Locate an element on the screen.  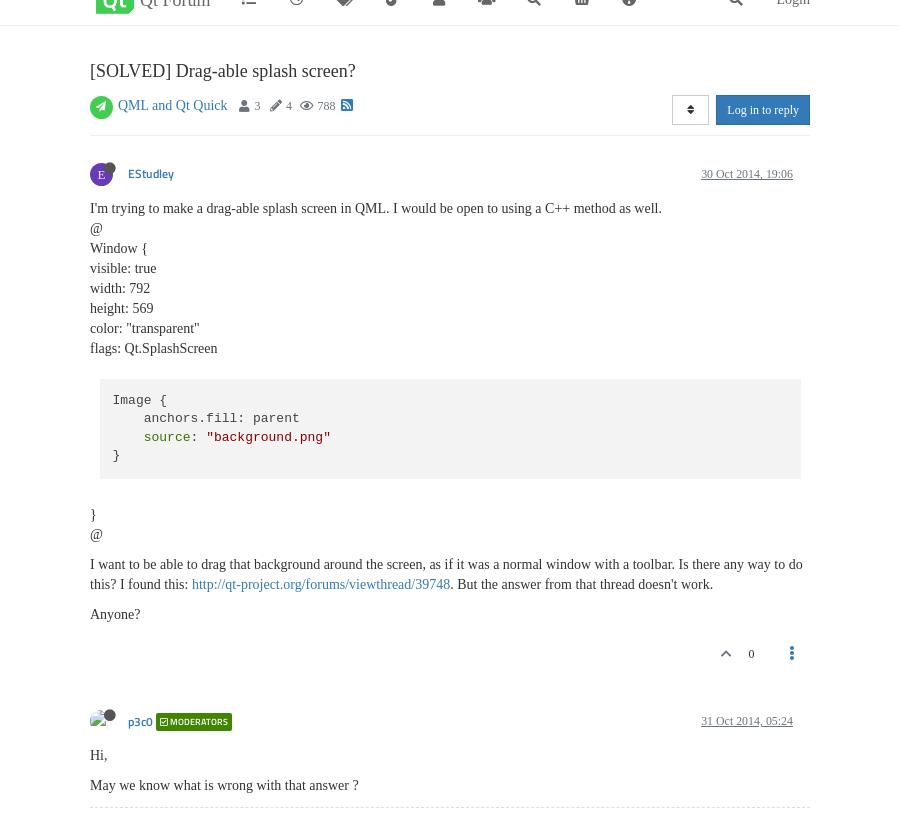
'height: 569' is located at coordinates (121, 308).